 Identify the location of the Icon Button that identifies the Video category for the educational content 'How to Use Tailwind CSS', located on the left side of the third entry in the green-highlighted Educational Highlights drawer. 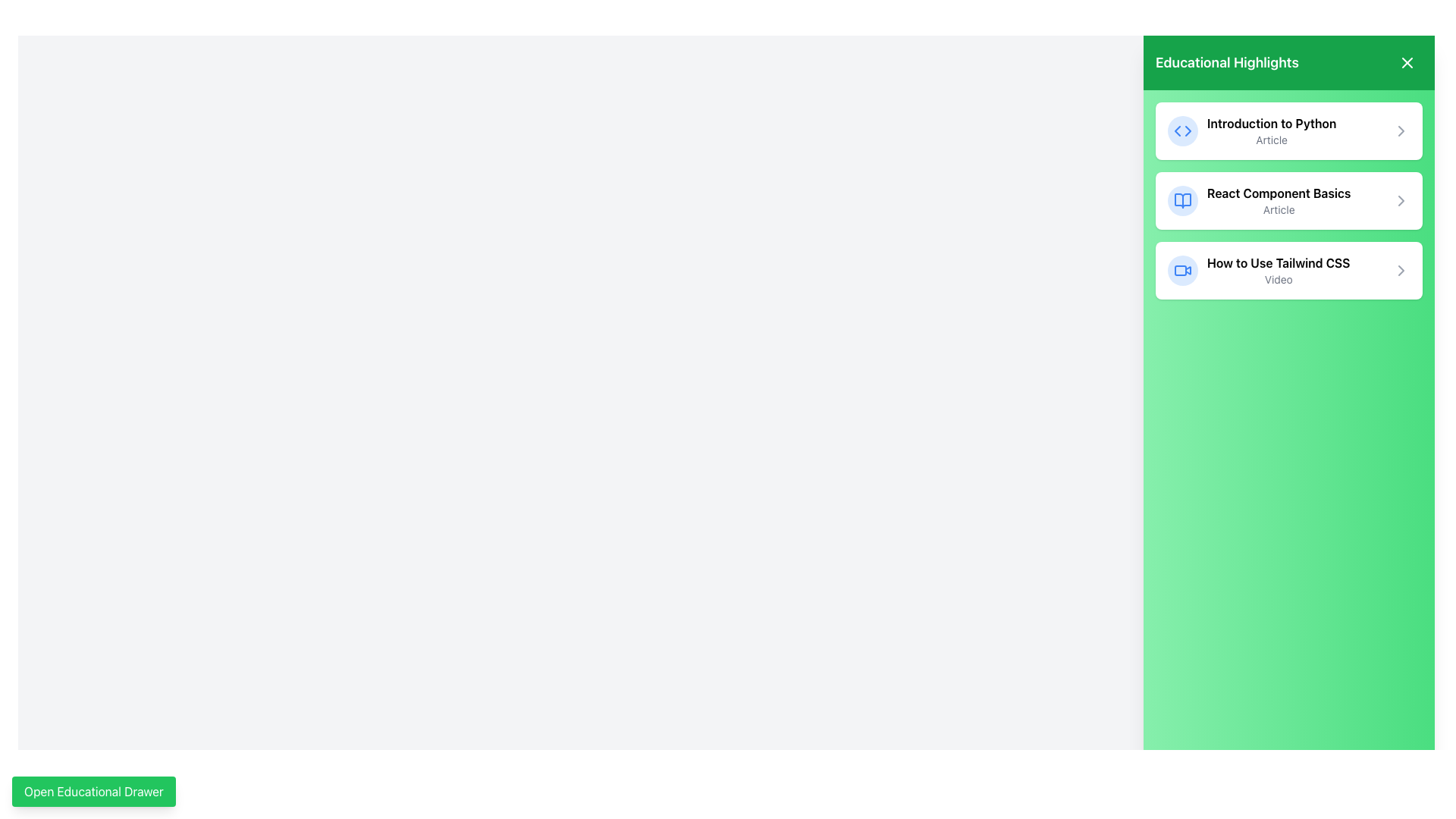
(1182, 270).